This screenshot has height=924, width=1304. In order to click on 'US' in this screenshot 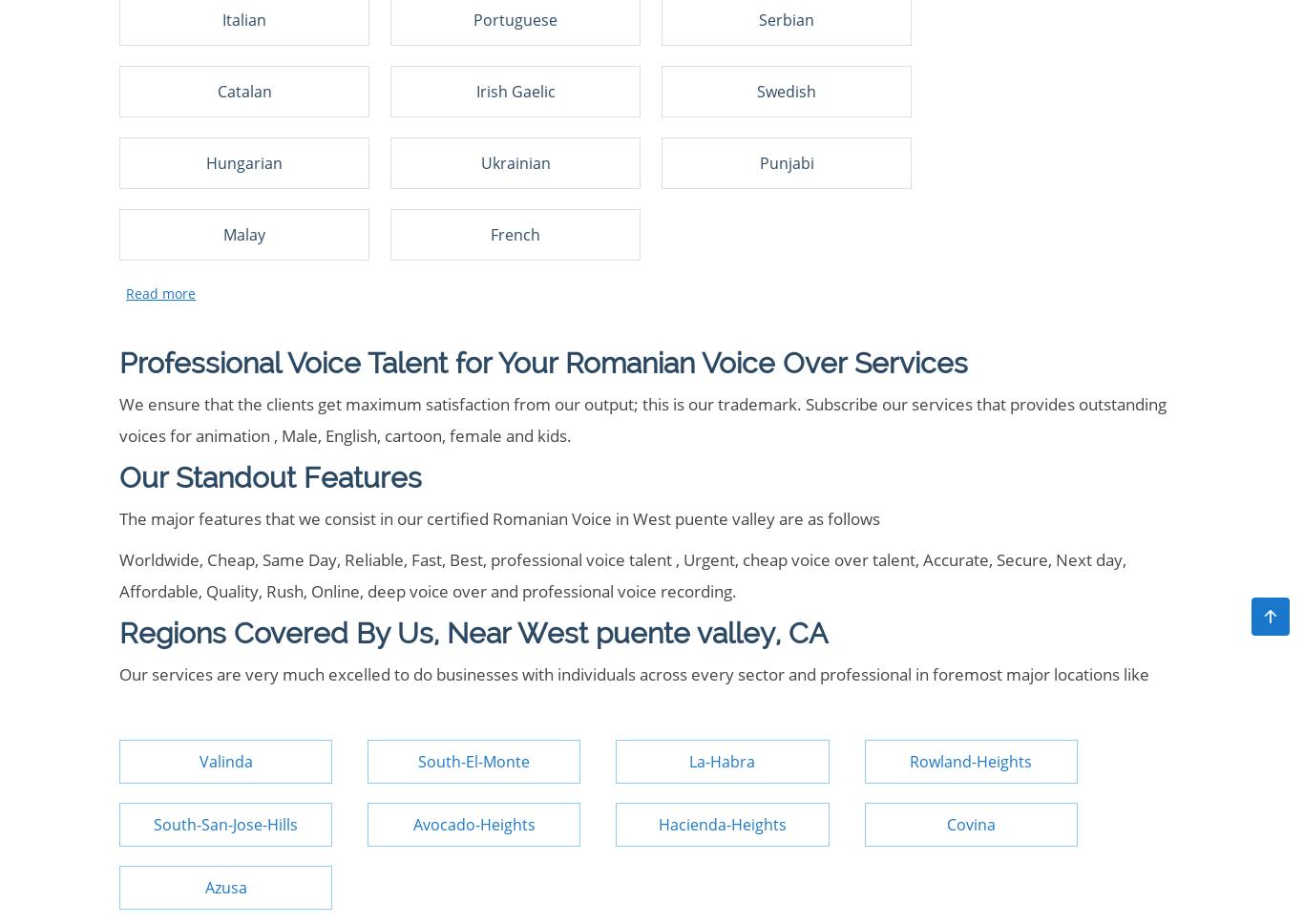, I will do `click(599, 15)`.